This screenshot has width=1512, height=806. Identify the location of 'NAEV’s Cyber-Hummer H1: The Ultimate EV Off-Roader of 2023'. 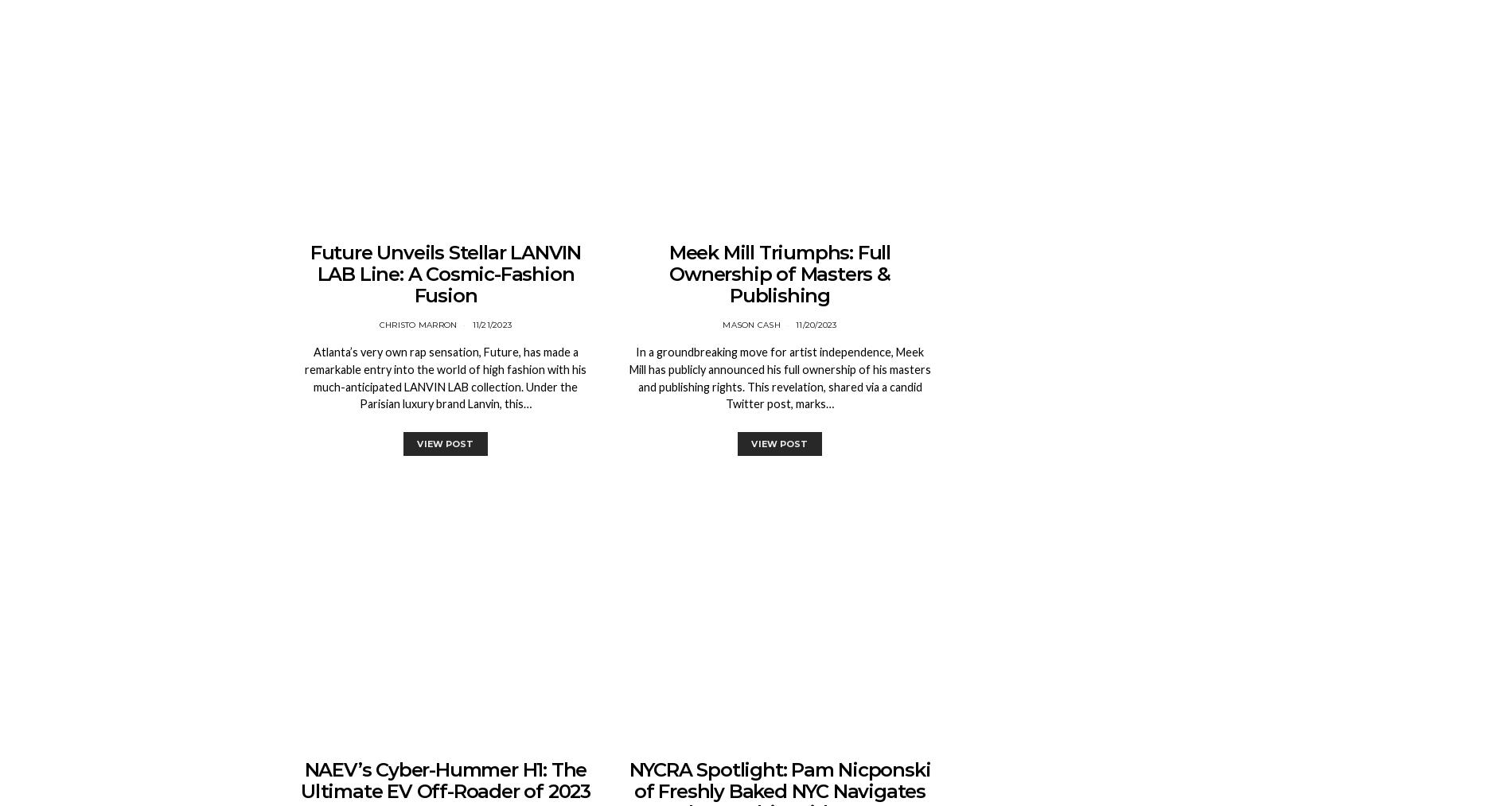
(445, 780).